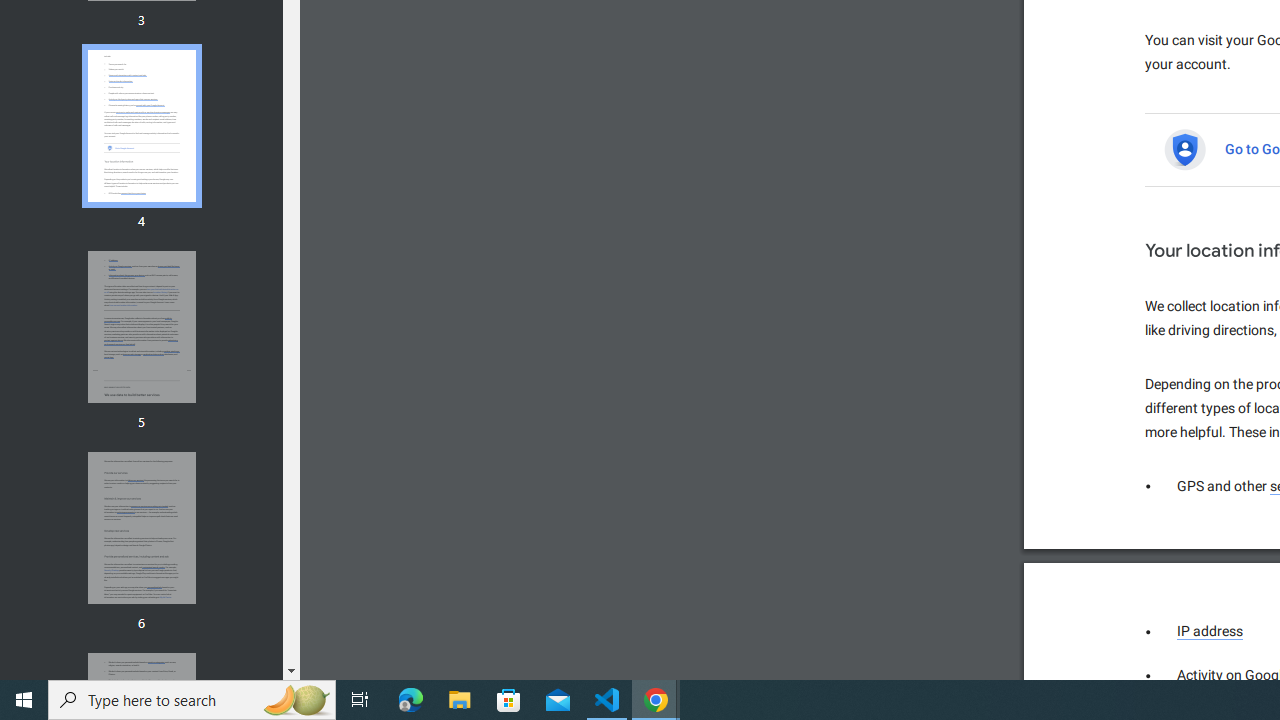 The width and height of the screenshot is (1280, 720). What do you see at coordinates (1209, 631) in the screenshot?
I see `'IP address'` at bounding box center [1209, 631].